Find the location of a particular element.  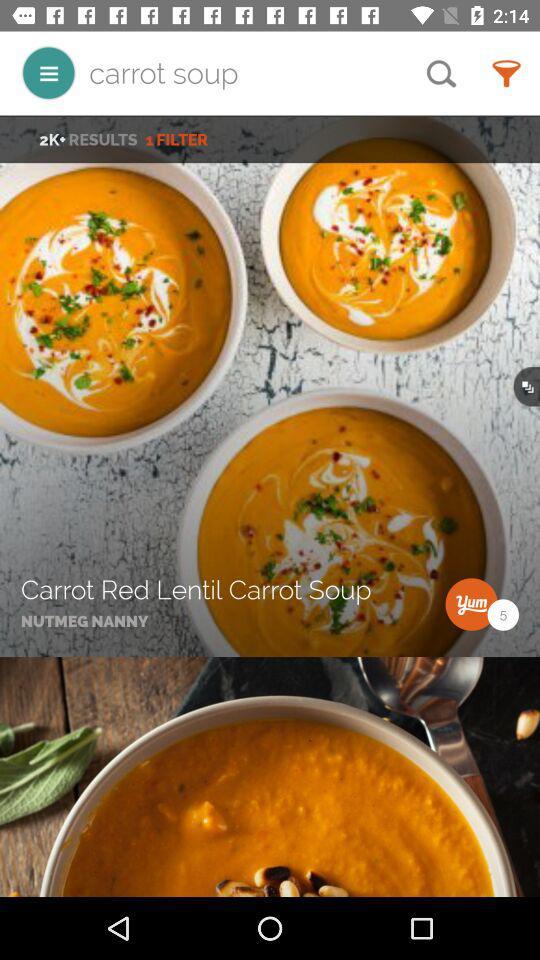

menu is located at coordinates (48, 73).